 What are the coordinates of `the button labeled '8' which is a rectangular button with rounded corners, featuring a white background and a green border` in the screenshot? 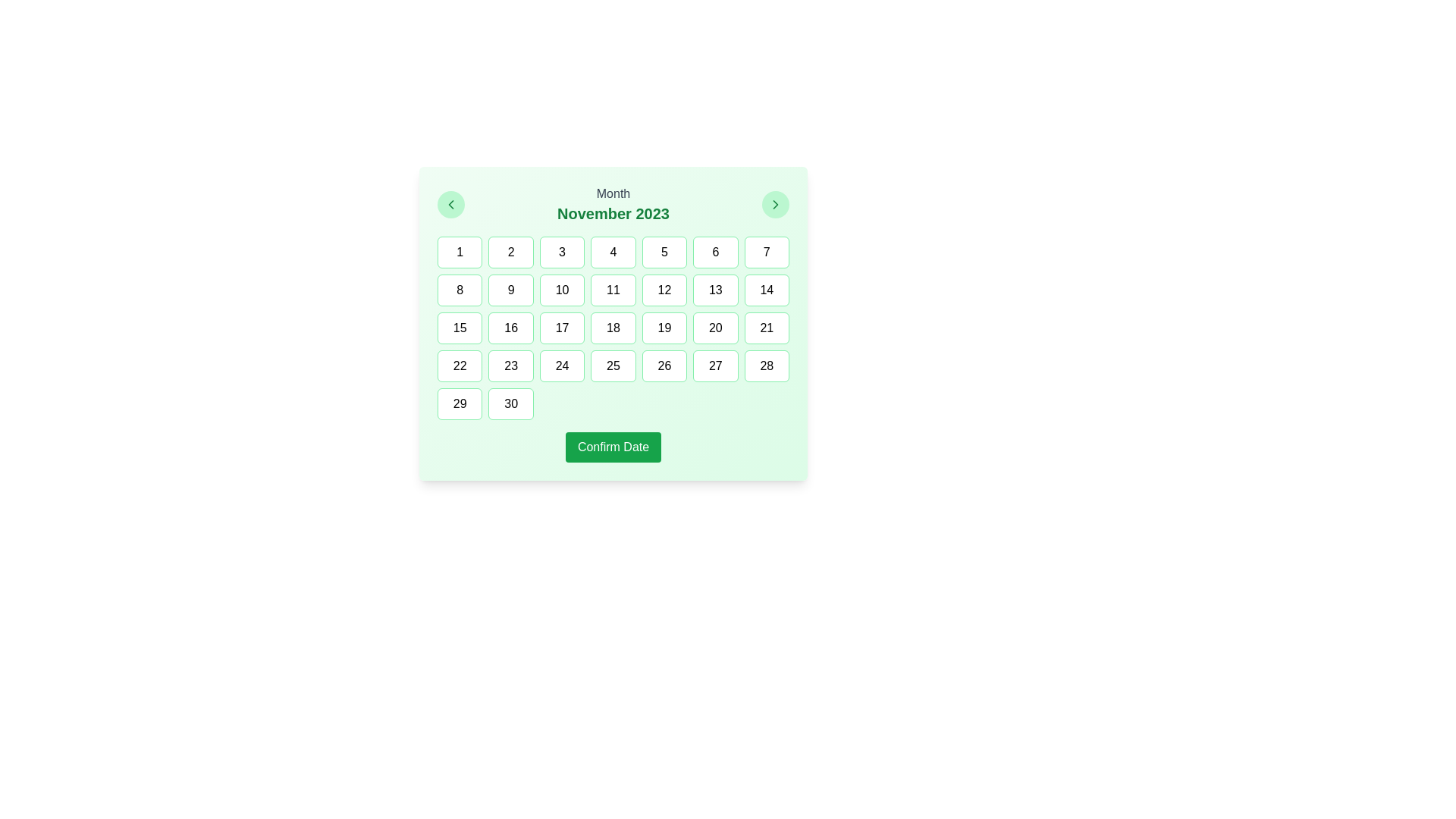 It's located at (459, 290).